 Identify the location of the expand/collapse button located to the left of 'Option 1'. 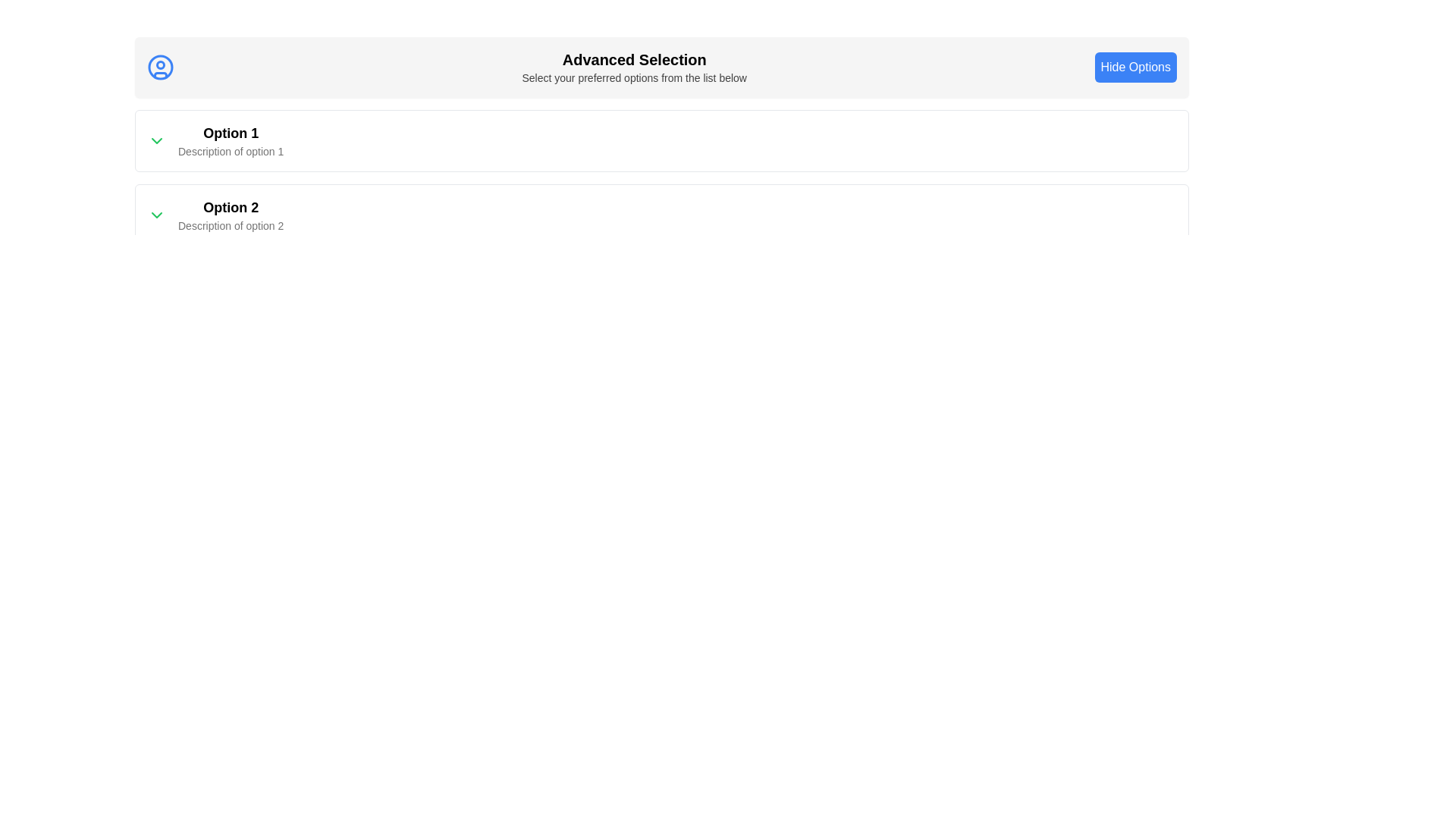
(156, 140).